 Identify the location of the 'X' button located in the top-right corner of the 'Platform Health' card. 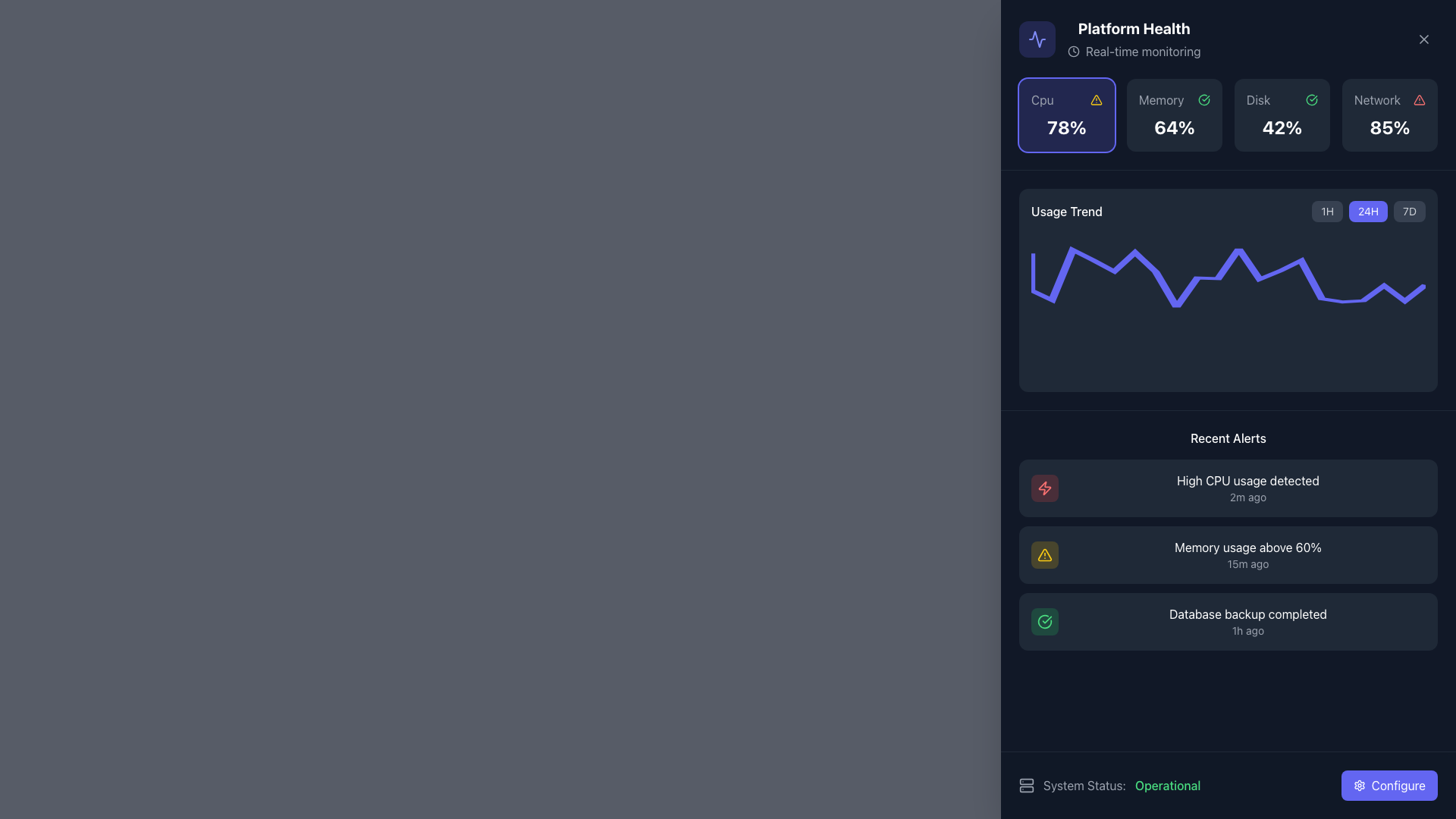
(1423, 38).